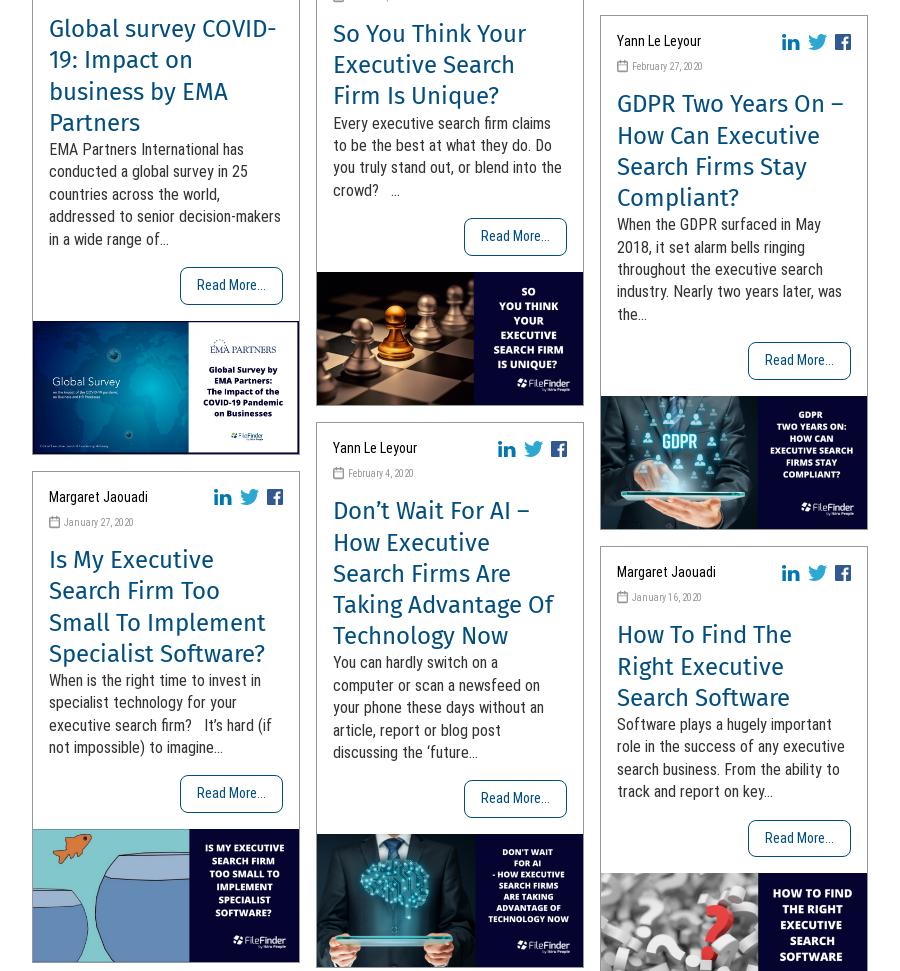 The image size is (900, 971). Describe the element at coordinates (164, 193) in the screenshot. I see `'EMA Partners International has conducted a global survey in 25 countries across the world, addressed to senior decision-makers in a wide range of...'` at that location.